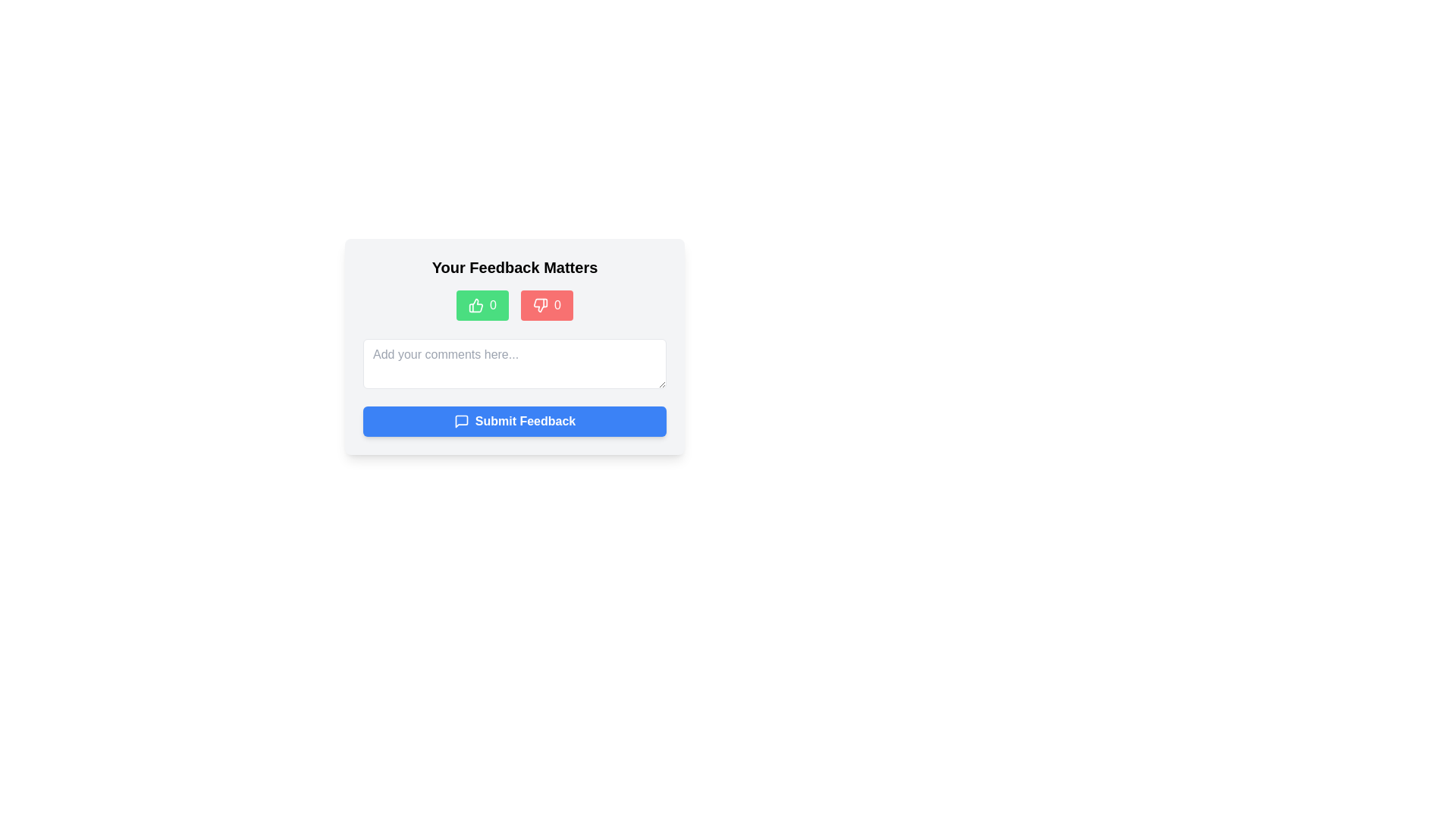 The width and height of the screenshot is (1456, 819). I want to click on the feedback SVG icon located to the left of the 'Submit Feedback' text within the blue button, so click(460, 421).